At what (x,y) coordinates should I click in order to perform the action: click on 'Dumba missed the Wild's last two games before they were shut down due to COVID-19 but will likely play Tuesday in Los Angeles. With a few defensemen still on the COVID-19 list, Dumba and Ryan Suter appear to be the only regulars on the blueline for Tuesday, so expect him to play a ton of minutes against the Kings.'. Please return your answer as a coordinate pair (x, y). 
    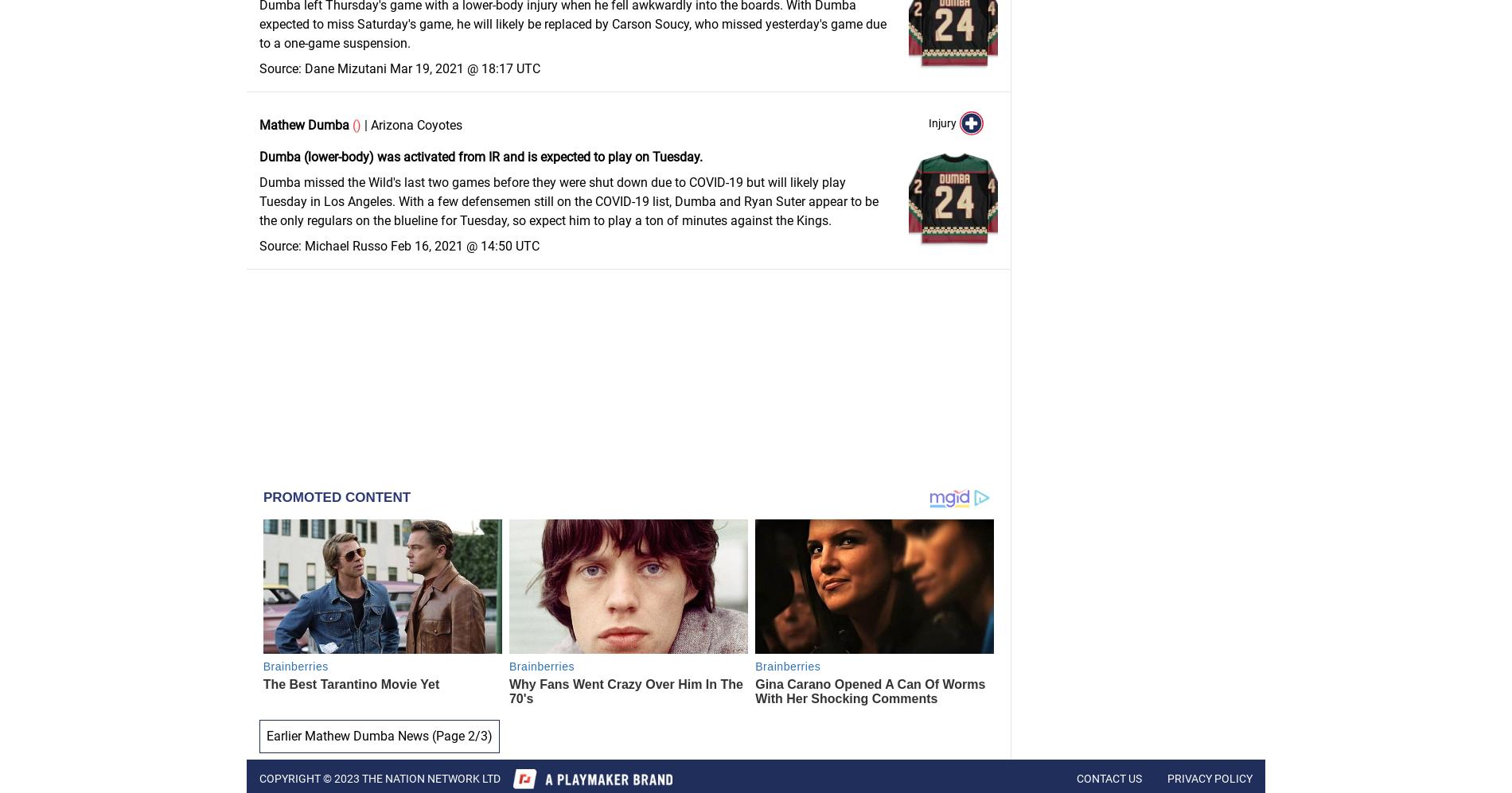
    Looking at the image, I should click on (567, 200).